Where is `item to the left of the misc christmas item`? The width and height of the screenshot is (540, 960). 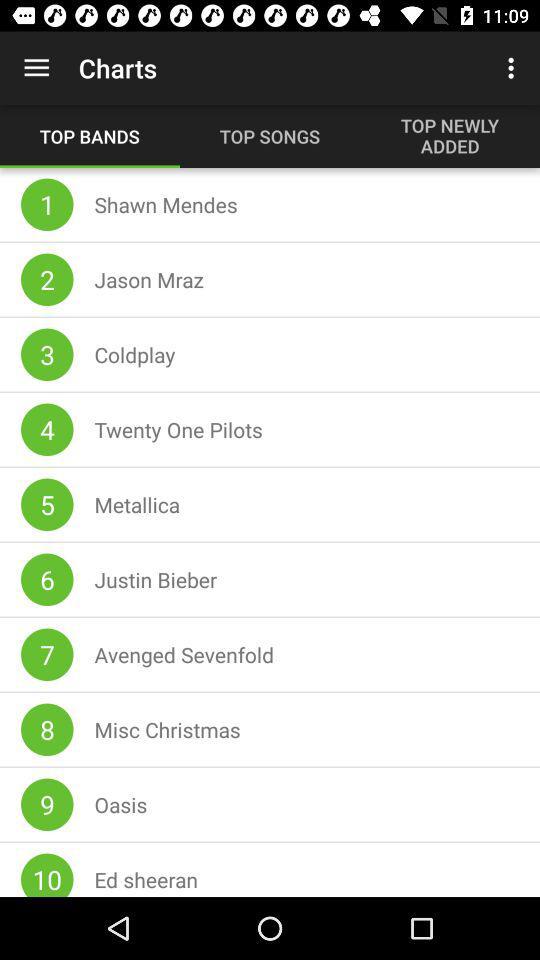
item to the left of the misc christmas item is located at coordinates (47, 728).